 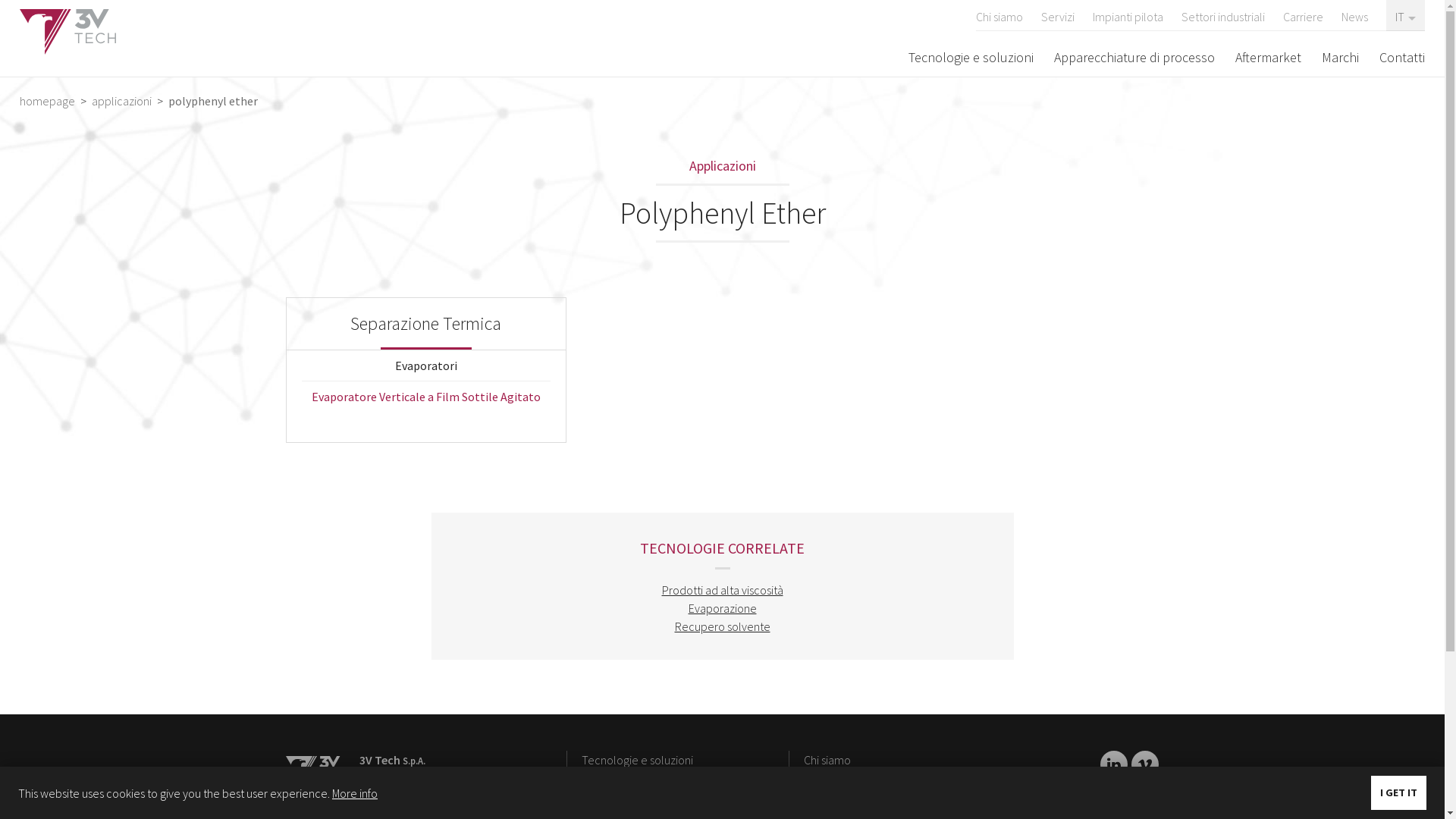 I want to click on 'Marchi', so click(x=1340, y=55).